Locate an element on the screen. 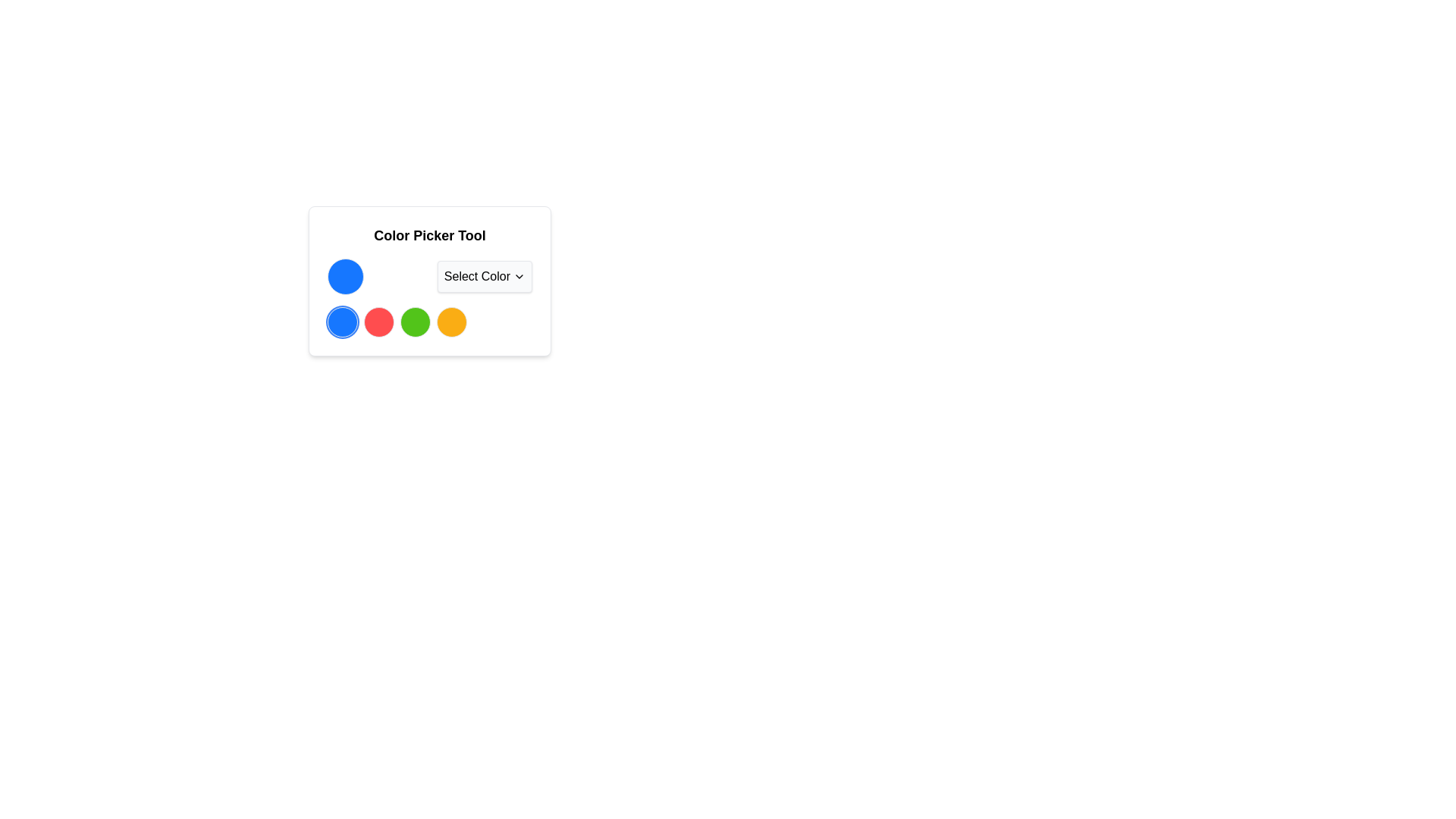  the second selectable color option circle in the color picker interface is located at coordinates (378, 321).